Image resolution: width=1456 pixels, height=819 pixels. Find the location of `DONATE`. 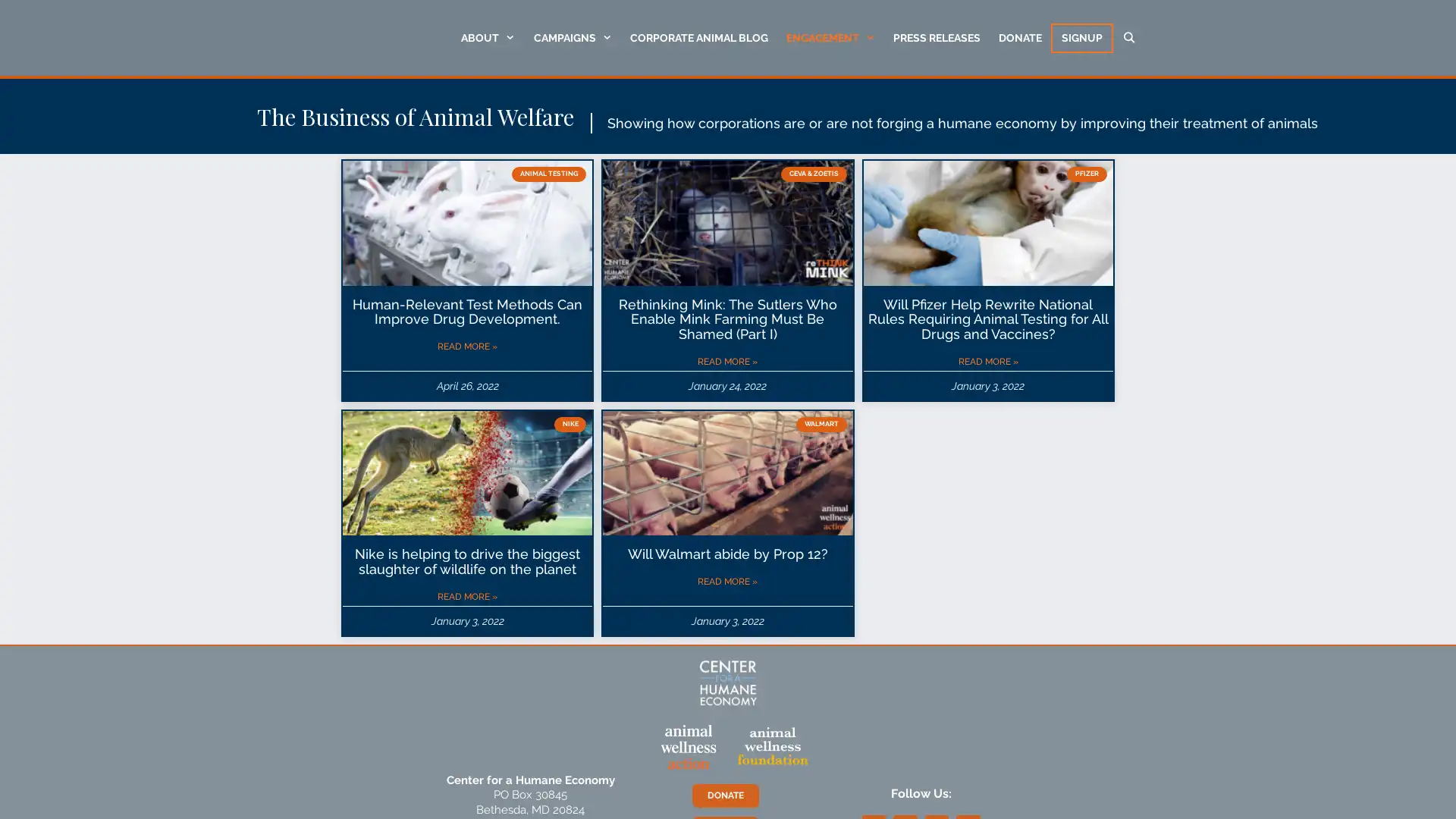

DONATE is located at coordinates (724, 795).